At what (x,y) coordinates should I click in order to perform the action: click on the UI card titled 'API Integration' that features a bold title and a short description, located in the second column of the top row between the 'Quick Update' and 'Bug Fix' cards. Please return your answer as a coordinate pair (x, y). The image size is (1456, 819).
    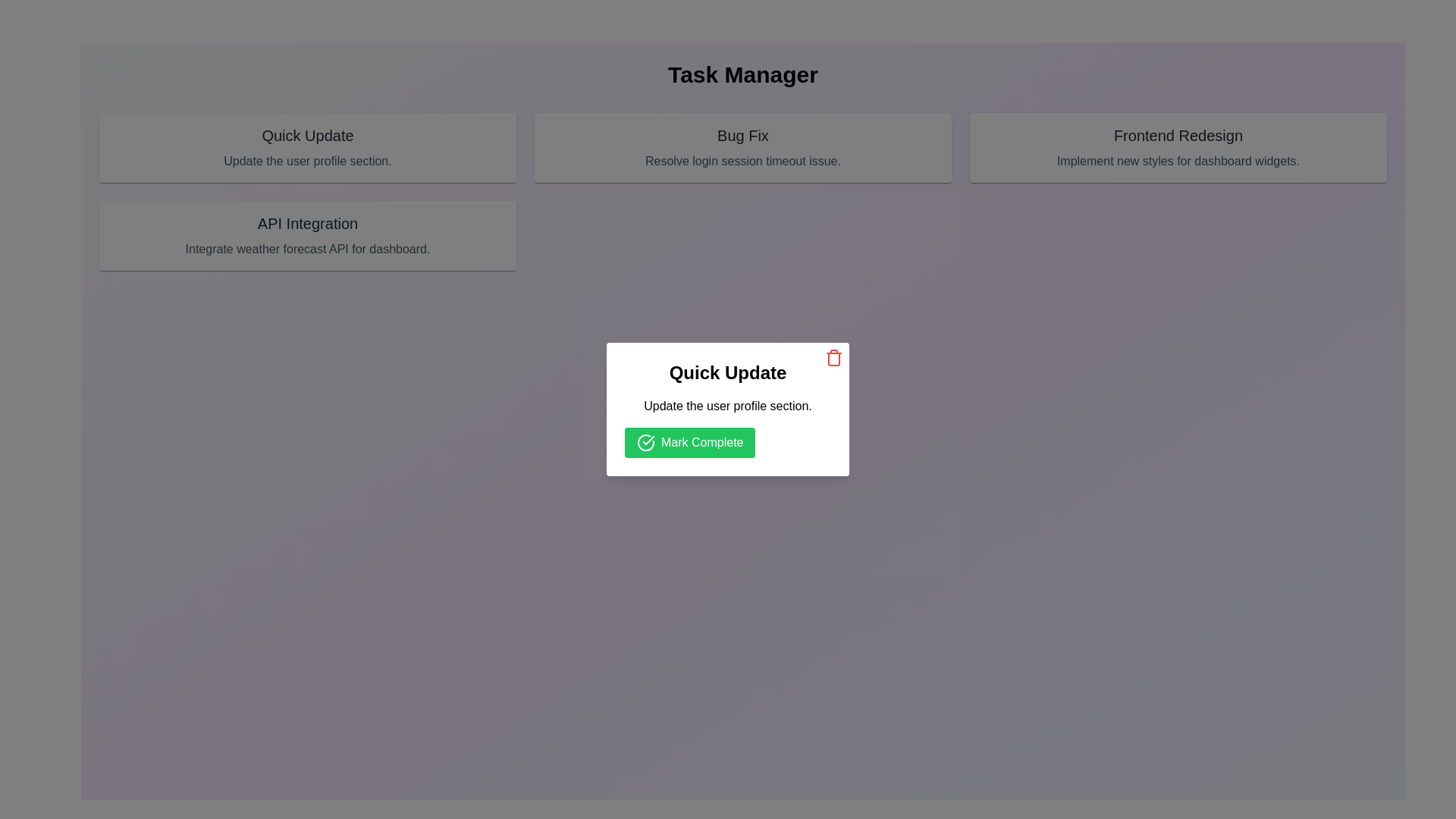
    Looking at the image, I should click on (307, 236).